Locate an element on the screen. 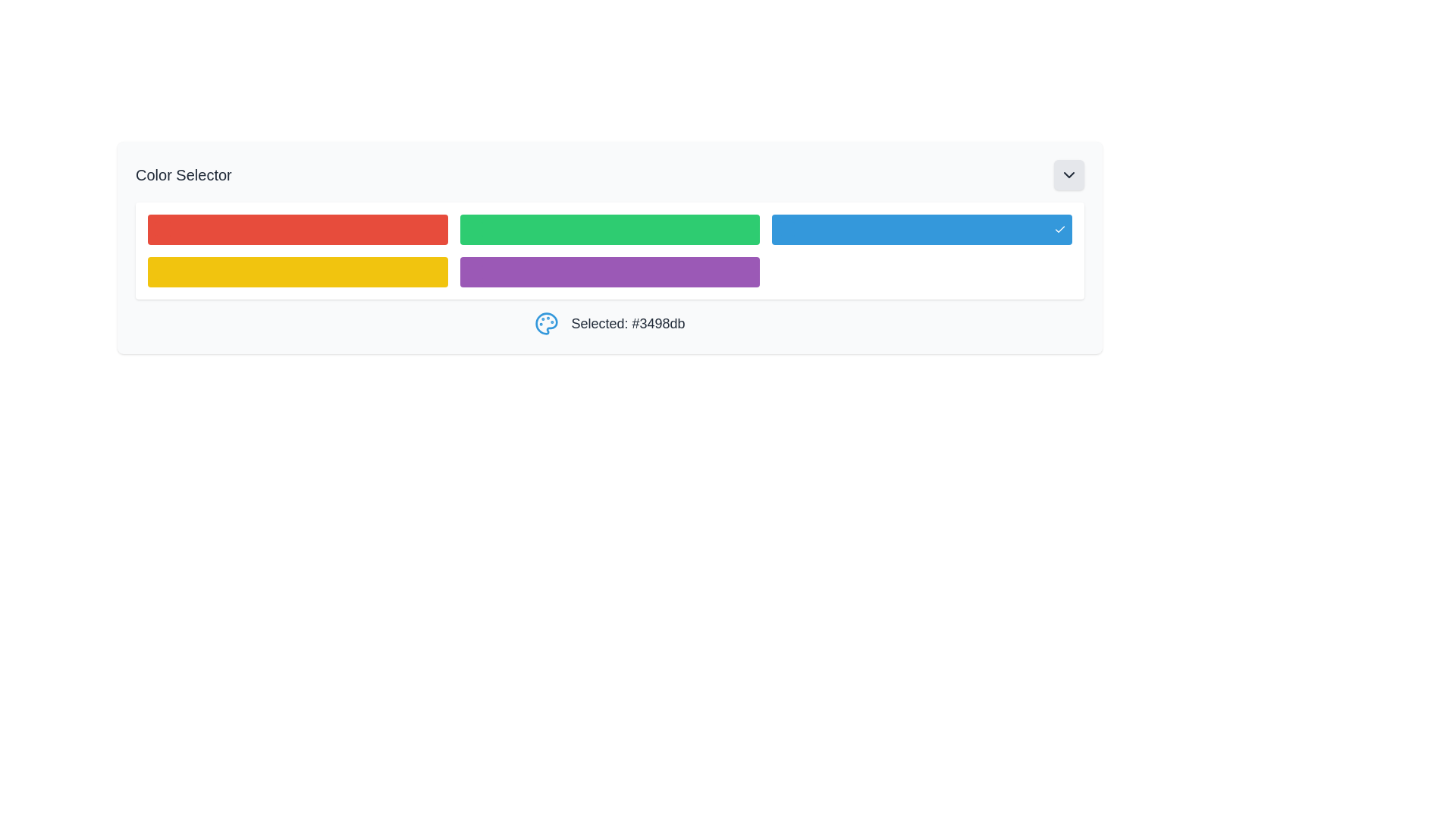  the 'Color Selector' title with dropdown control located at the top of the color selection interface is located at coordinates (610, 174).